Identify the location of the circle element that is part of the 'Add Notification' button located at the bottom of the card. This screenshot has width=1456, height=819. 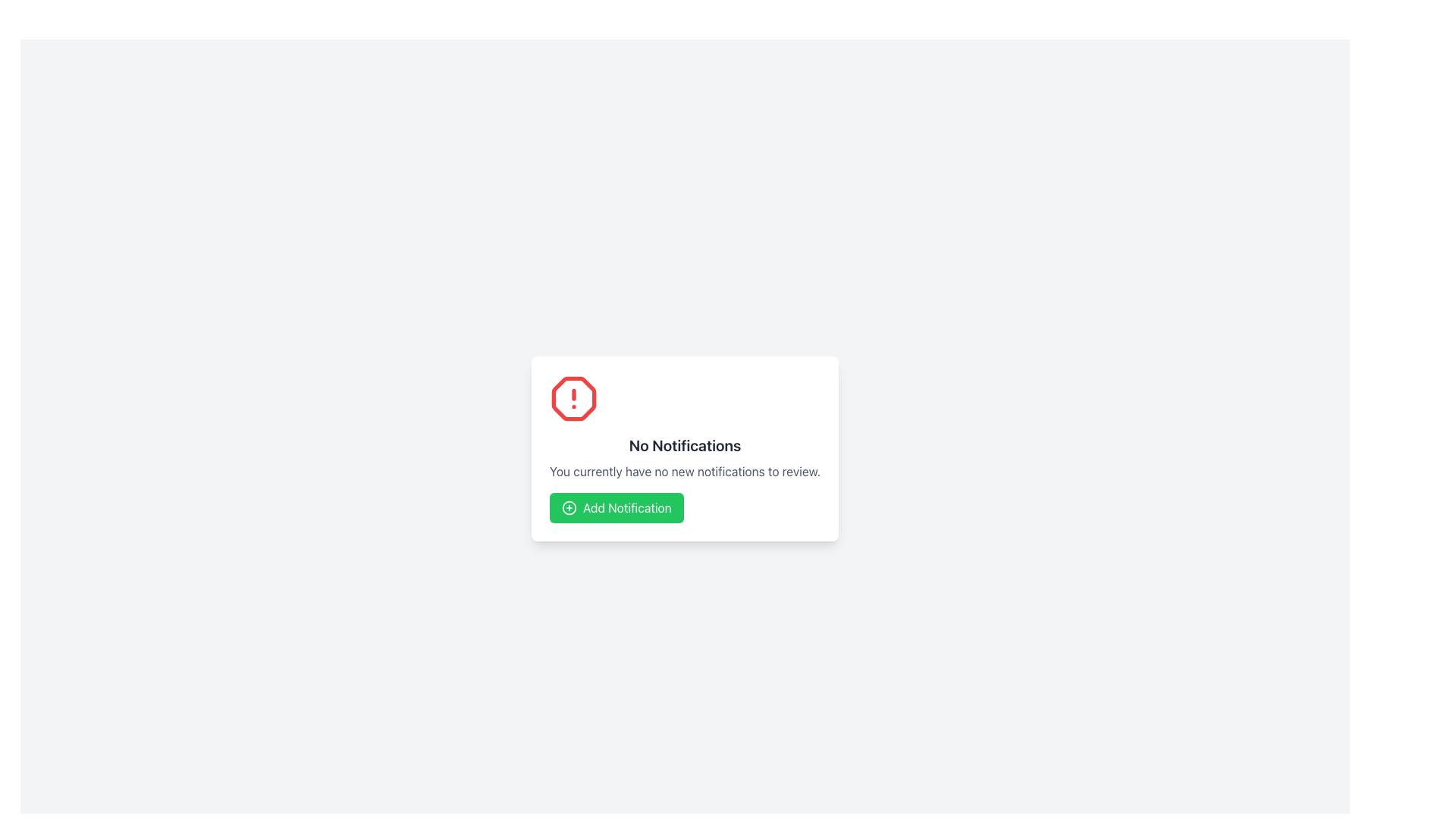
(568, 508).